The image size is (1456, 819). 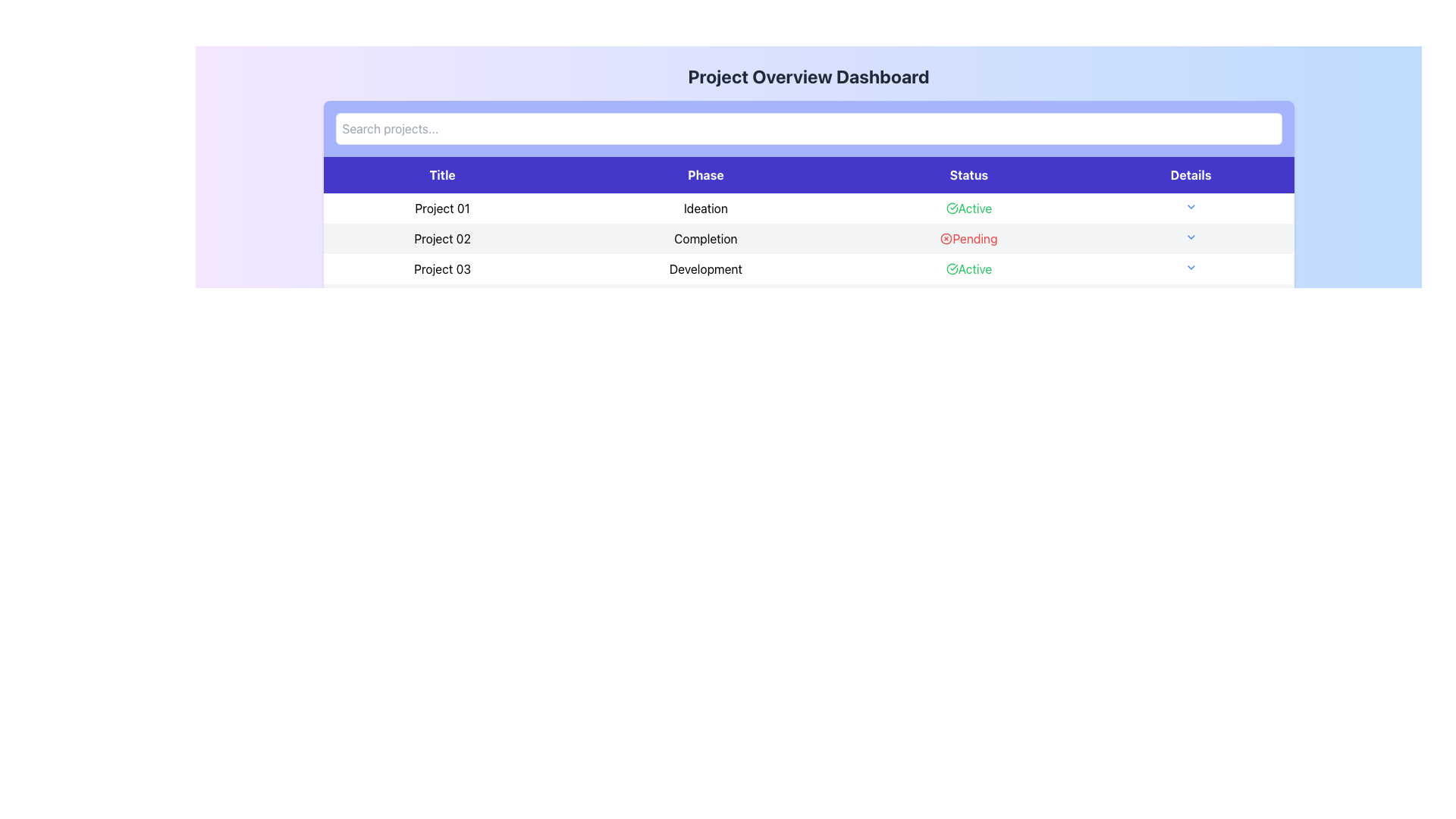 What do you see at coordinates (704, 268) in the screenshot?
I see `the static text label displaying the current phase of 'Project 03' in the second column of the last row in the table` at bounding box center [704, 268].